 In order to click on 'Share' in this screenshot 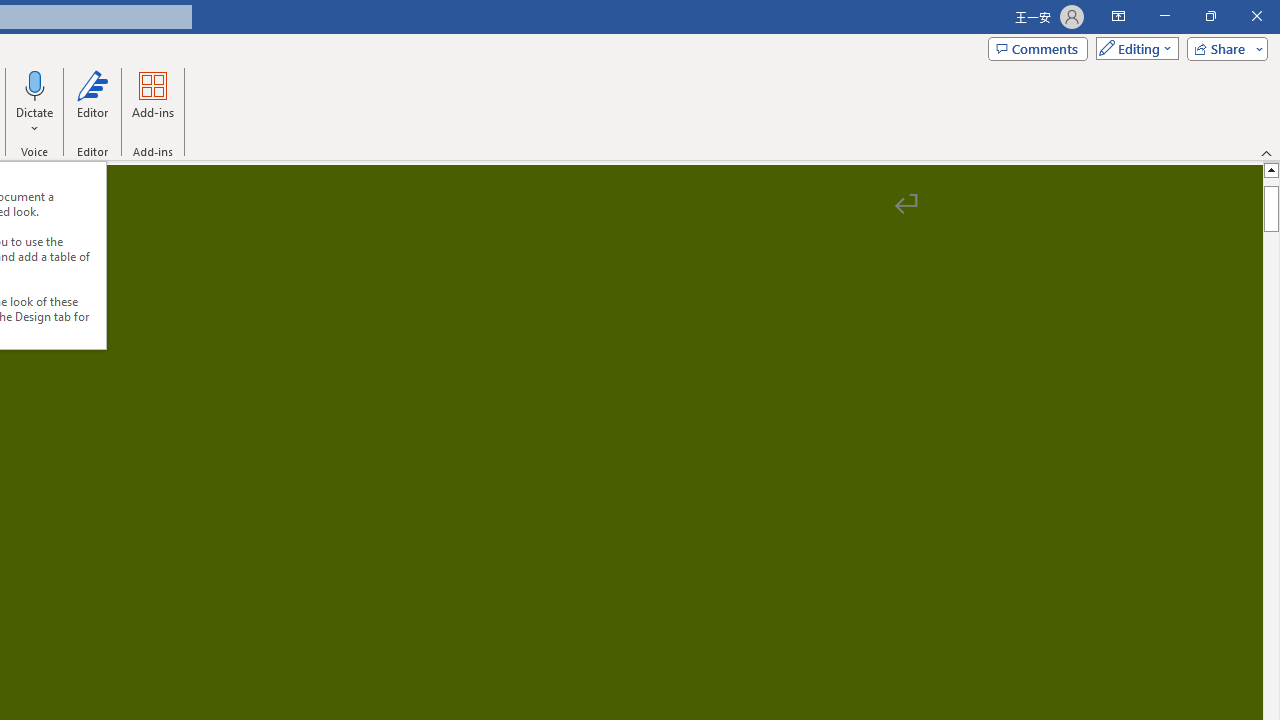, I will do `click(1222, 47)`.